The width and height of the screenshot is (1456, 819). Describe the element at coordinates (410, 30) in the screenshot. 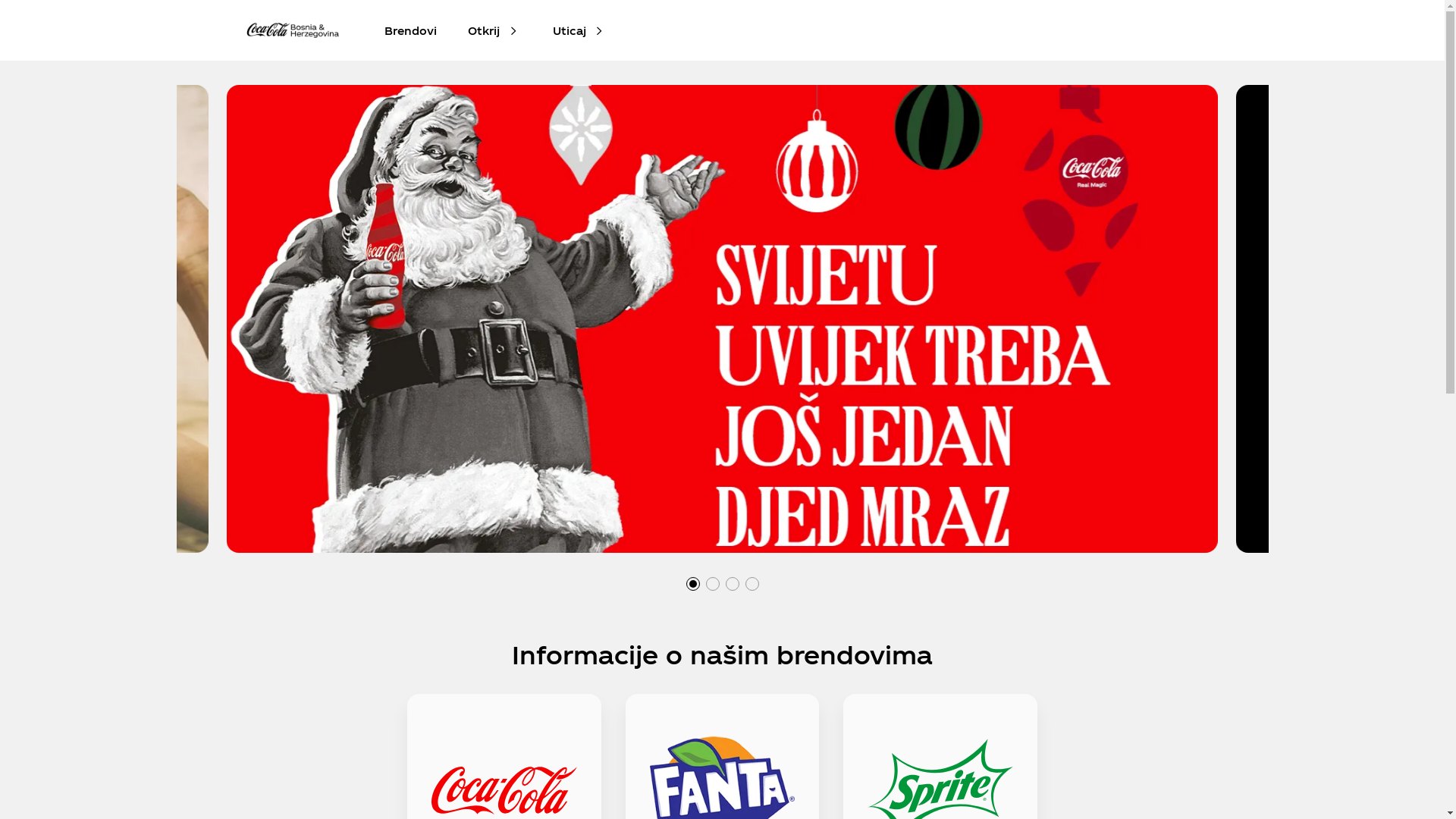

I see `'Brendovi'` at that location.